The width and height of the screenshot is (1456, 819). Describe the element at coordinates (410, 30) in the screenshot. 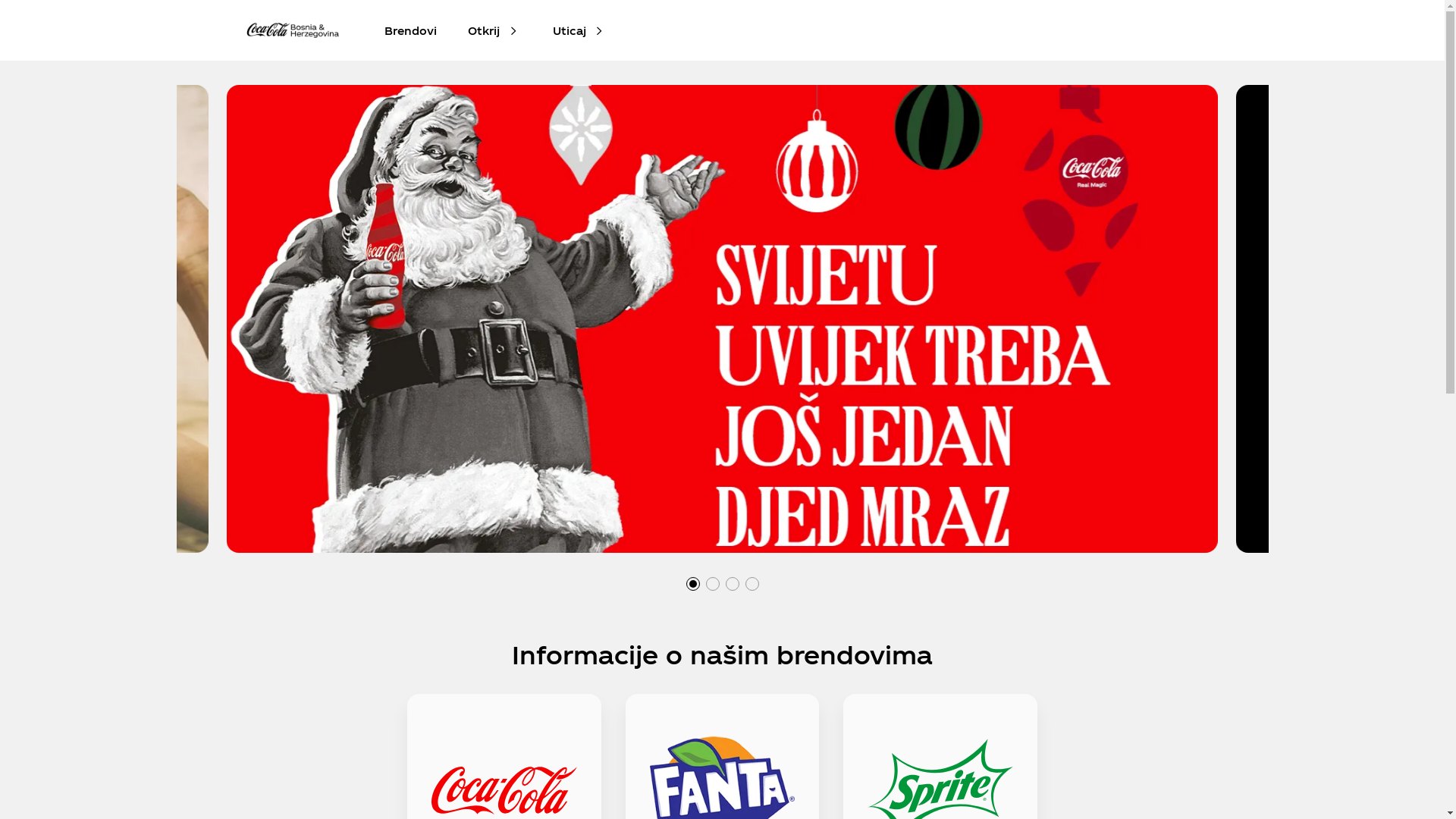

I see `'Brendovi'` at that location.